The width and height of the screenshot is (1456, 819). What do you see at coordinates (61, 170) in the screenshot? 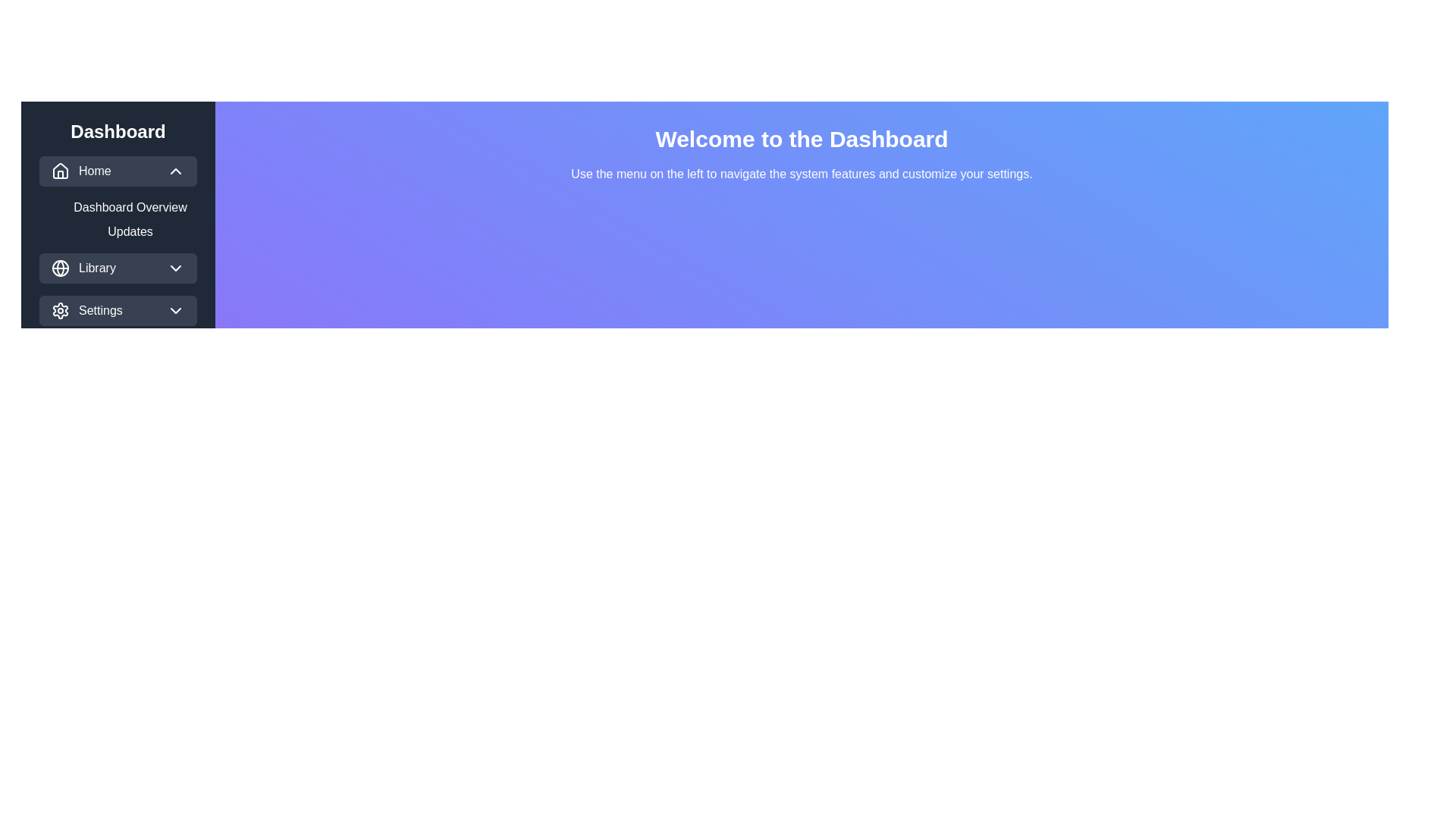
I see `the house-shaped icon located within the 'Home' menu item in the left panel` at bounding box center [61, 170].